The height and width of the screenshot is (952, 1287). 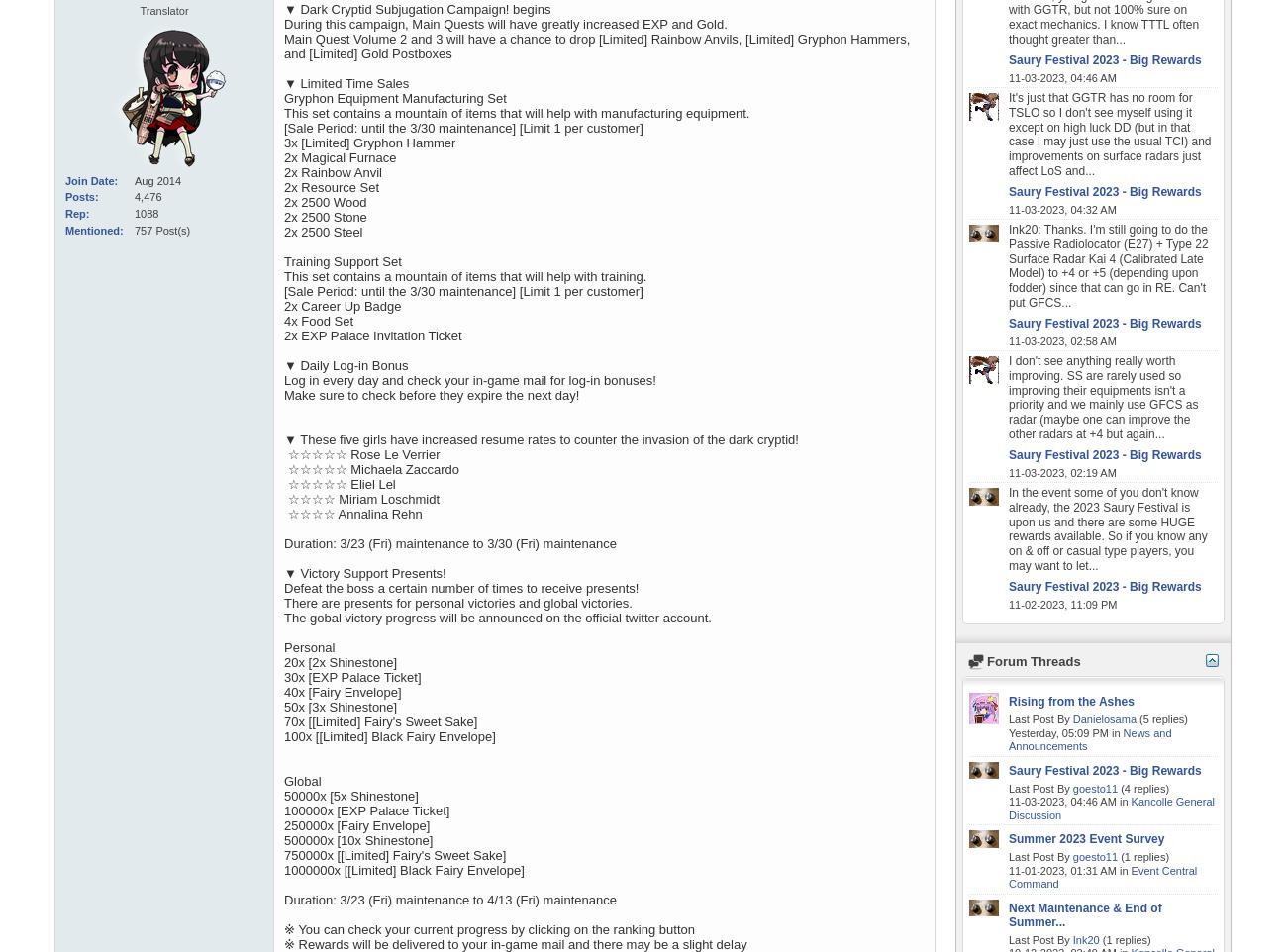 What do you see at coordinates (1084, 914) in the screenshot?
I see `'Next Maintenance & End of Summer...'` at bounding box center [1084, 914].